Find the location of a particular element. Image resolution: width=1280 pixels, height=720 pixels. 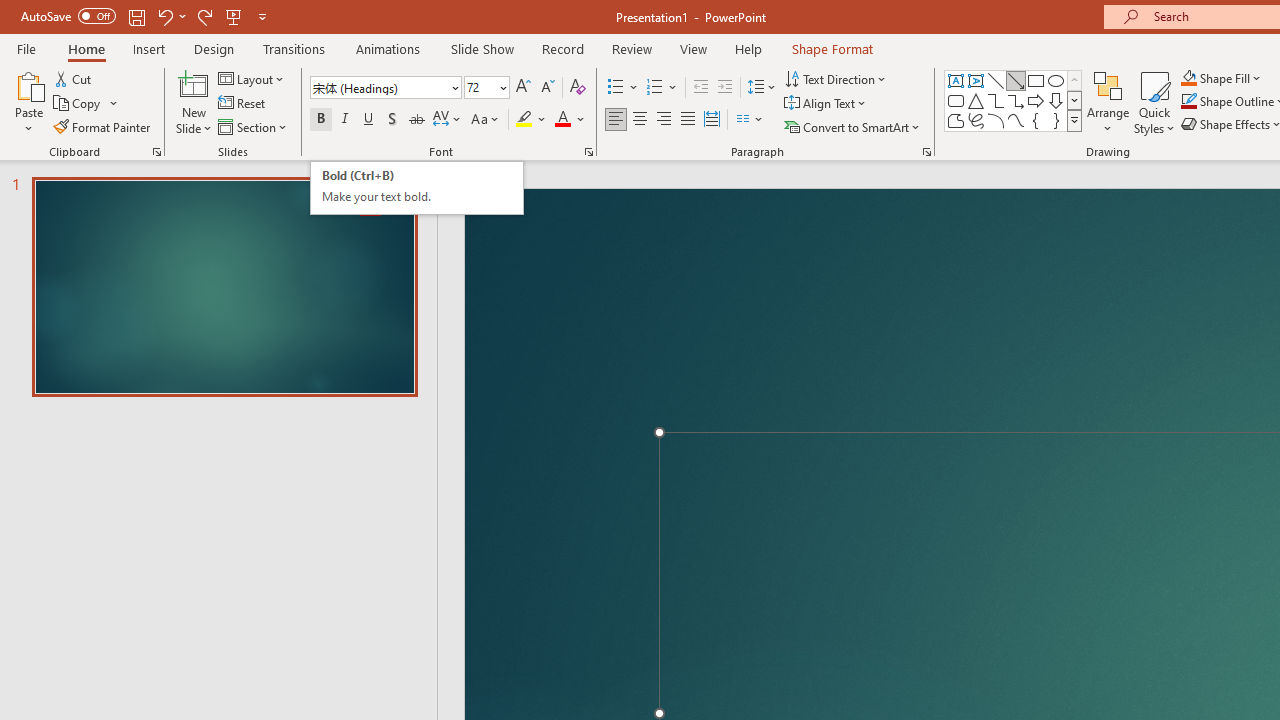

'Justify' is located at coordinates (688, 119).